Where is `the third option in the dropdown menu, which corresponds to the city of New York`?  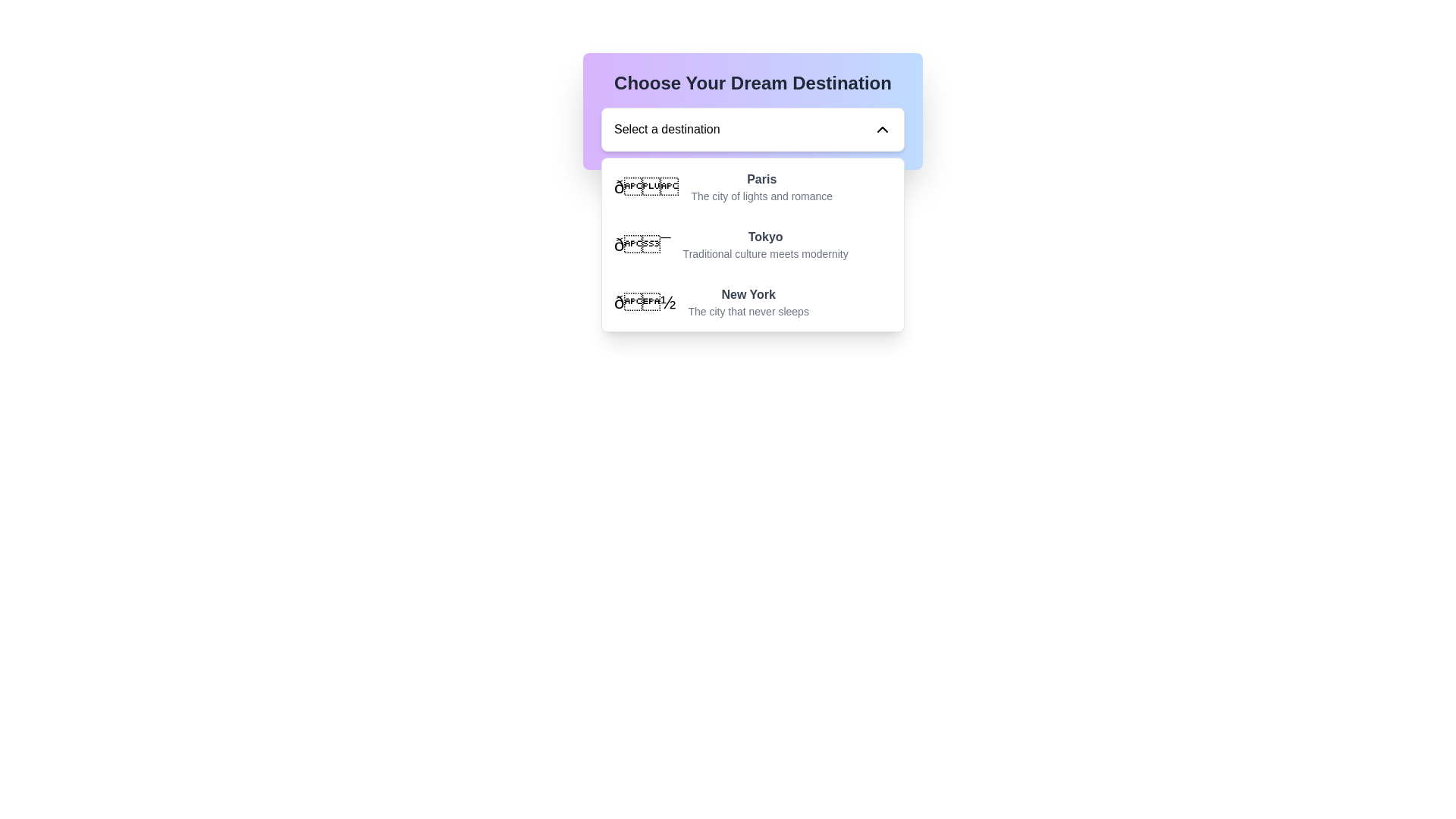
the third option in the dropdown menu, which corresponds to the city of New York is located at coordinates (753, 302).